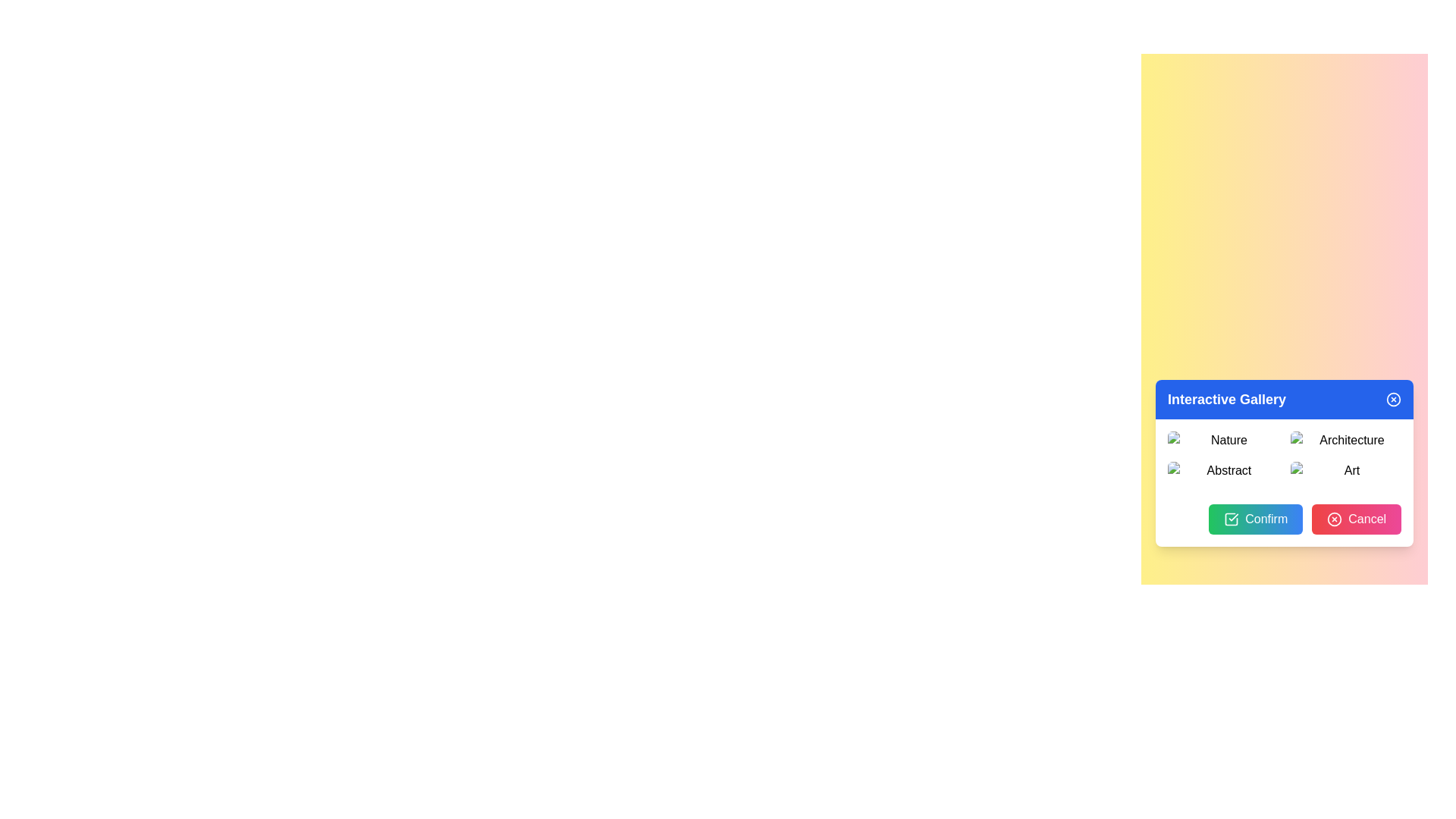 The image size is (1456, 819). Describe the element at coordinates (1394, 399) in the screenshot. I see `the Decorative SVG circle element that forms a border around the close button in the top-right corner of the modal` at that location.